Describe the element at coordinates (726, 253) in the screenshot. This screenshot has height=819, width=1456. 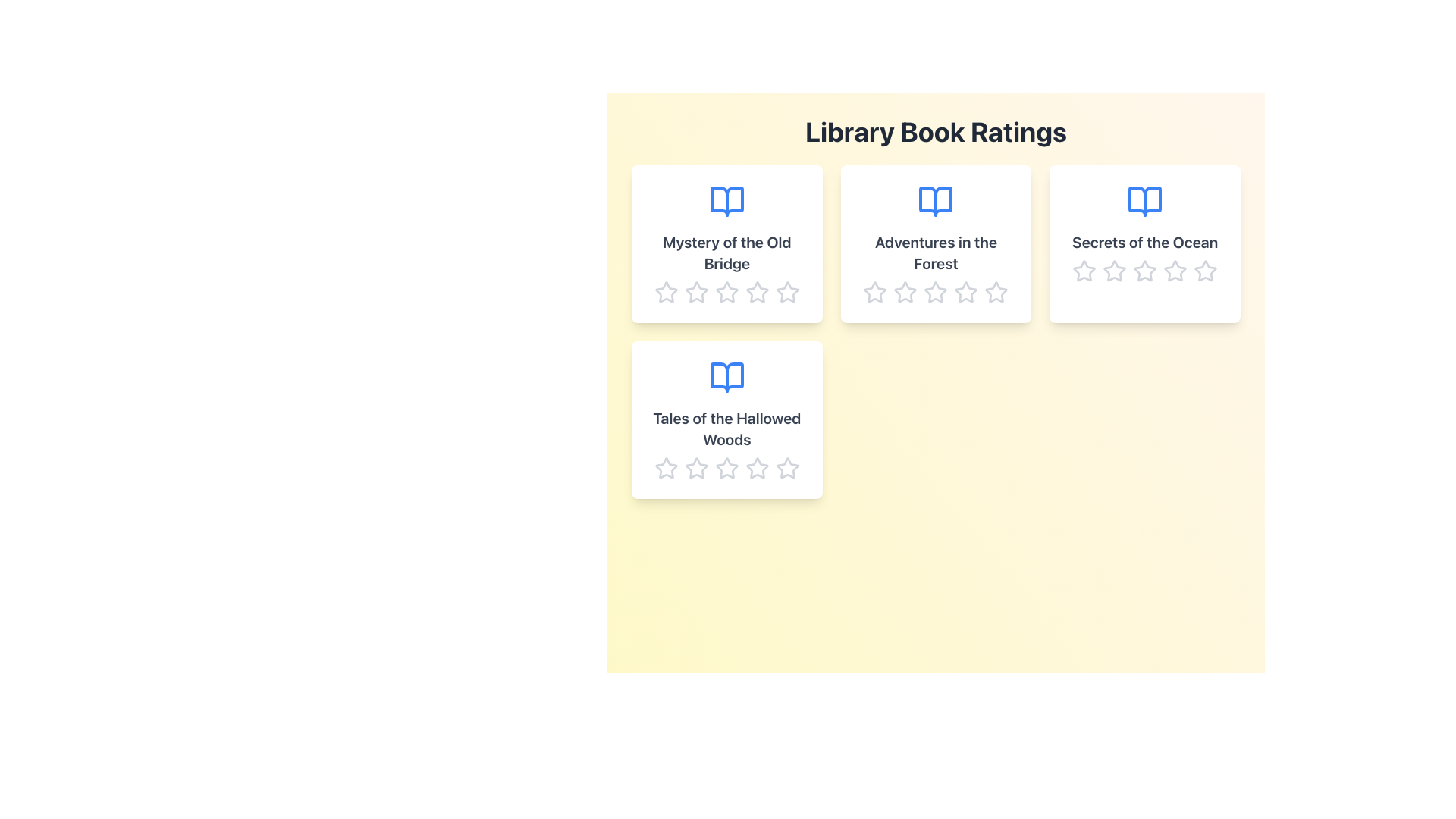
I see `heading text labeled 'Mystery of the Old Bridge' located in the top-left card of the book grid, which is styled in bold dark gray font` at that location.